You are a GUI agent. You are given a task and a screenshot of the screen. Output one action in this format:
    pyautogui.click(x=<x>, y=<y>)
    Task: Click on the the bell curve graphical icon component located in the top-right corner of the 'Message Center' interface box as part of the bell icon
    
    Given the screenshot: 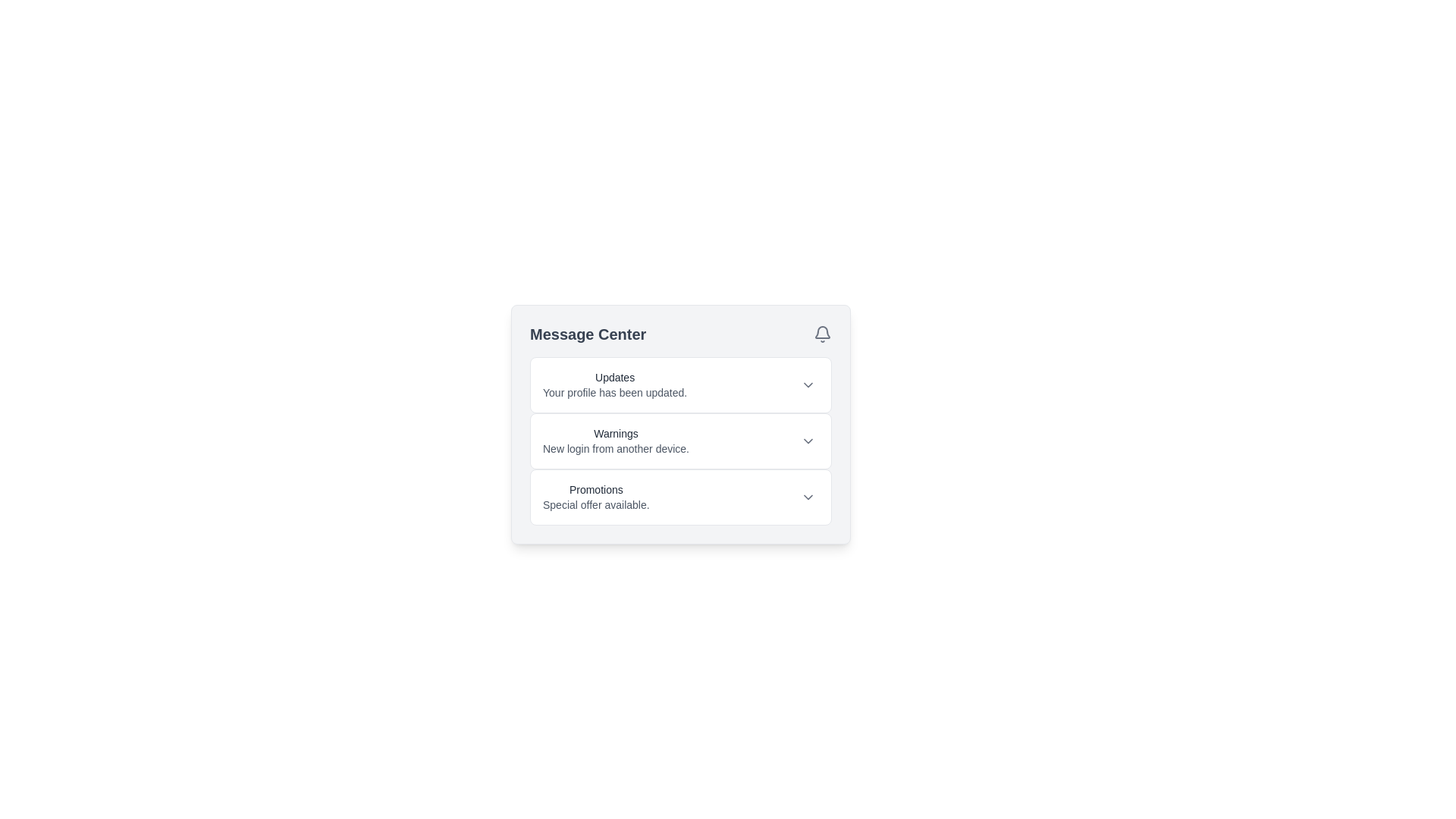 What is the action you would take?
    pyautogui.click(x=821, y=331)
    